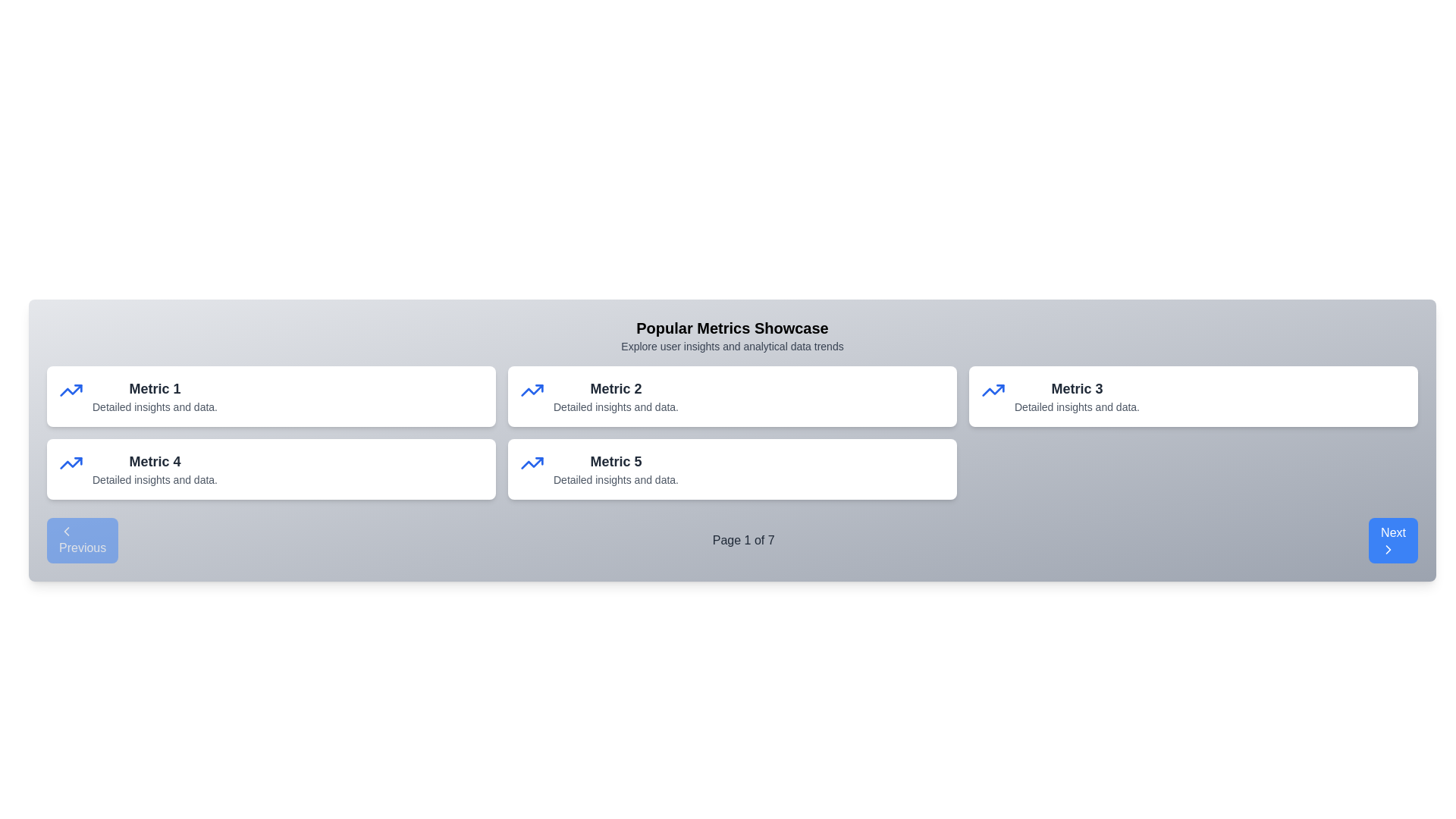 This screenshot has height=819, width=1456. What do you see at coordinates (616, 479) in the screenshot?
I see `the static text displaying 'Detailed insights and data.' located below 'Metric 5' in the bottom-left quadrant of the grid layout` at bounding box center [616, 479].